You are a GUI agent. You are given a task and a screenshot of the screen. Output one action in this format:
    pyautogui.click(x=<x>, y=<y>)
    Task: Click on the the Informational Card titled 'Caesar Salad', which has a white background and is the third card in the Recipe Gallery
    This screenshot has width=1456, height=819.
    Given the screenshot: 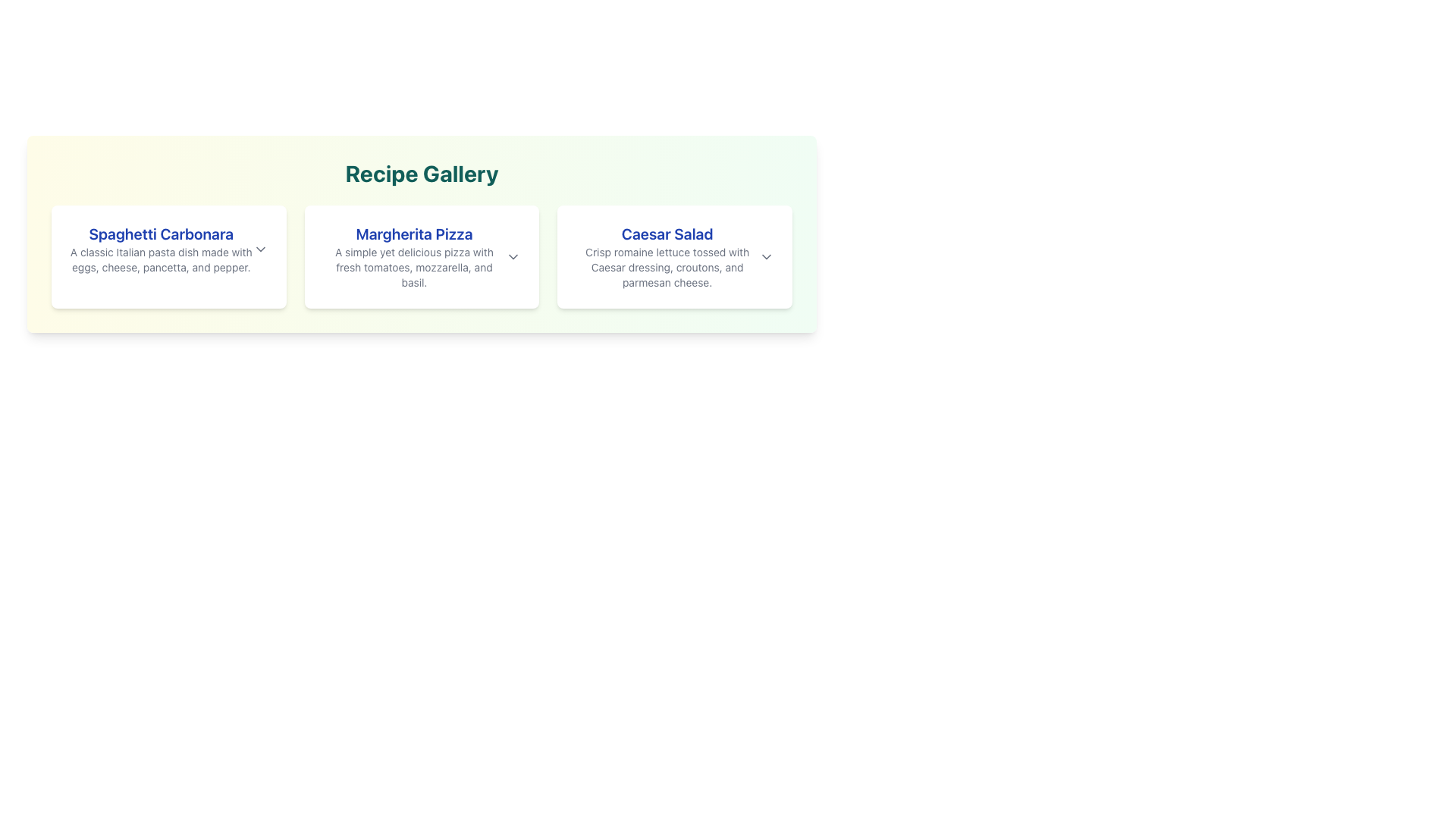 What is the action you would take?
    pyautogui.click(x=674, y=256)
    